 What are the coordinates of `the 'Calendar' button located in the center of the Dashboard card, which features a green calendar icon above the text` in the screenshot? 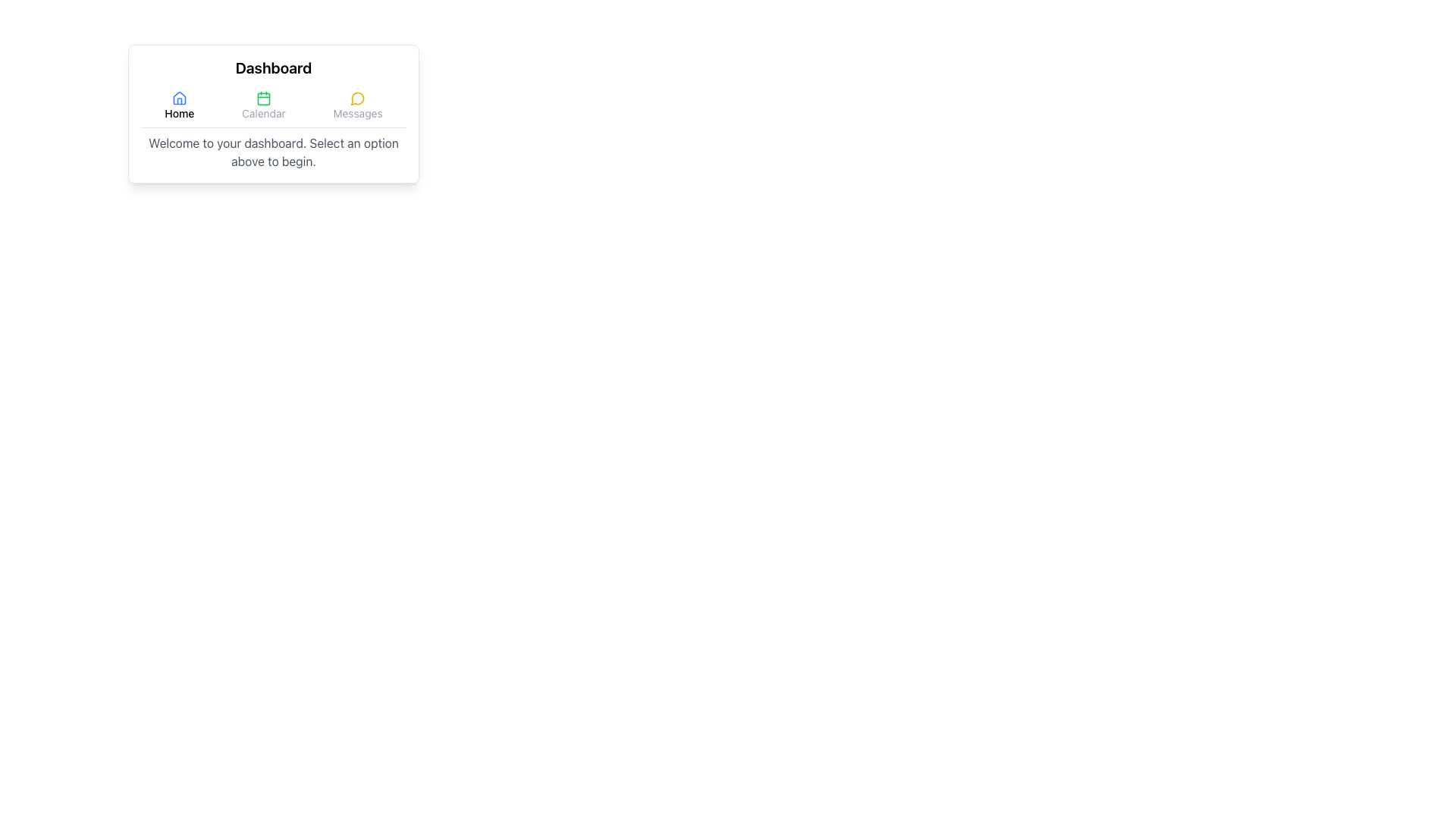 It's located at (263, 105).